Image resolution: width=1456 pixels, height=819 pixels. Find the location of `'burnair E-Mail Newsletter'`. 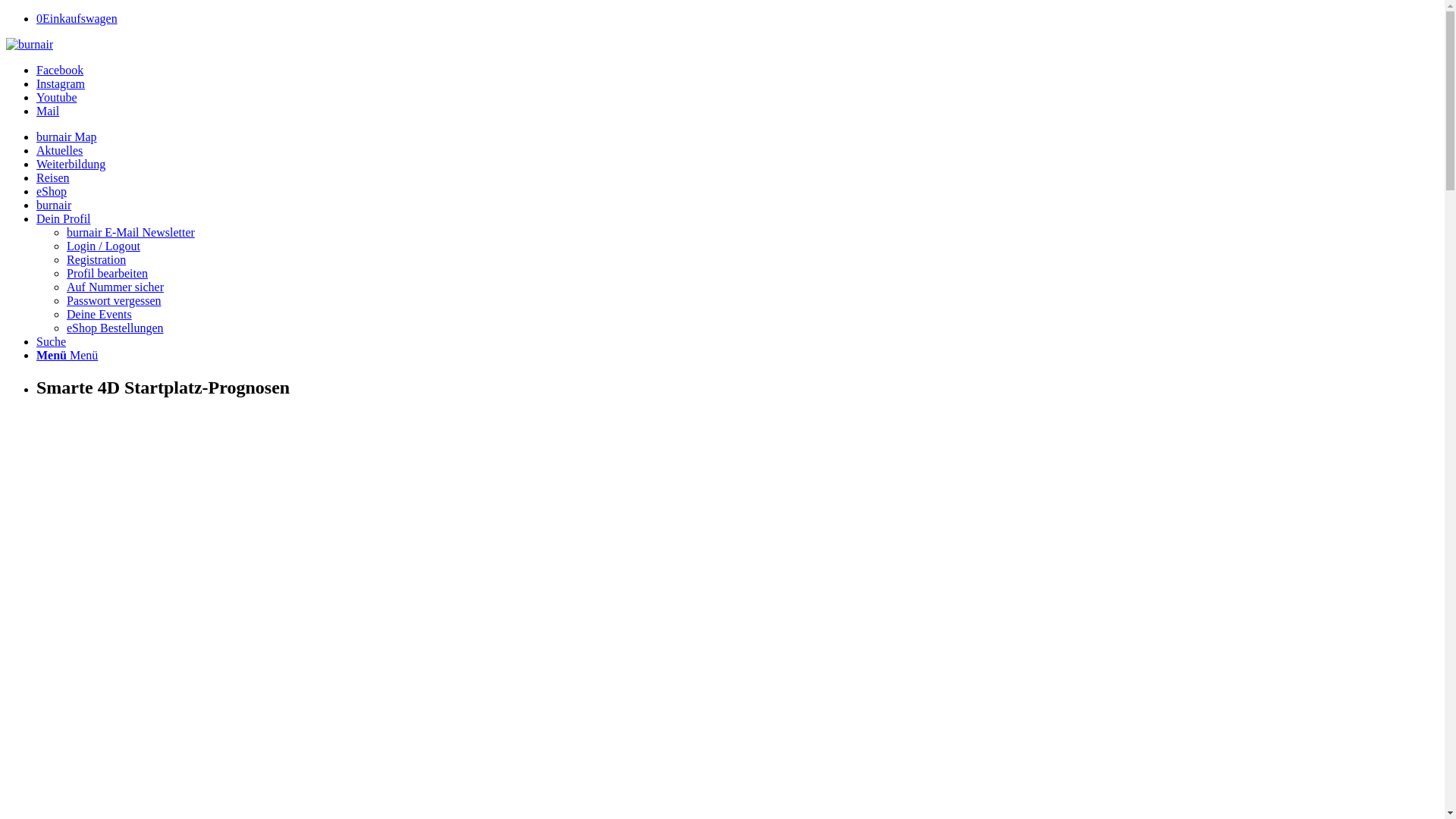

'burnair E-Mail Newsletter' is located at coordinates (130, 232).